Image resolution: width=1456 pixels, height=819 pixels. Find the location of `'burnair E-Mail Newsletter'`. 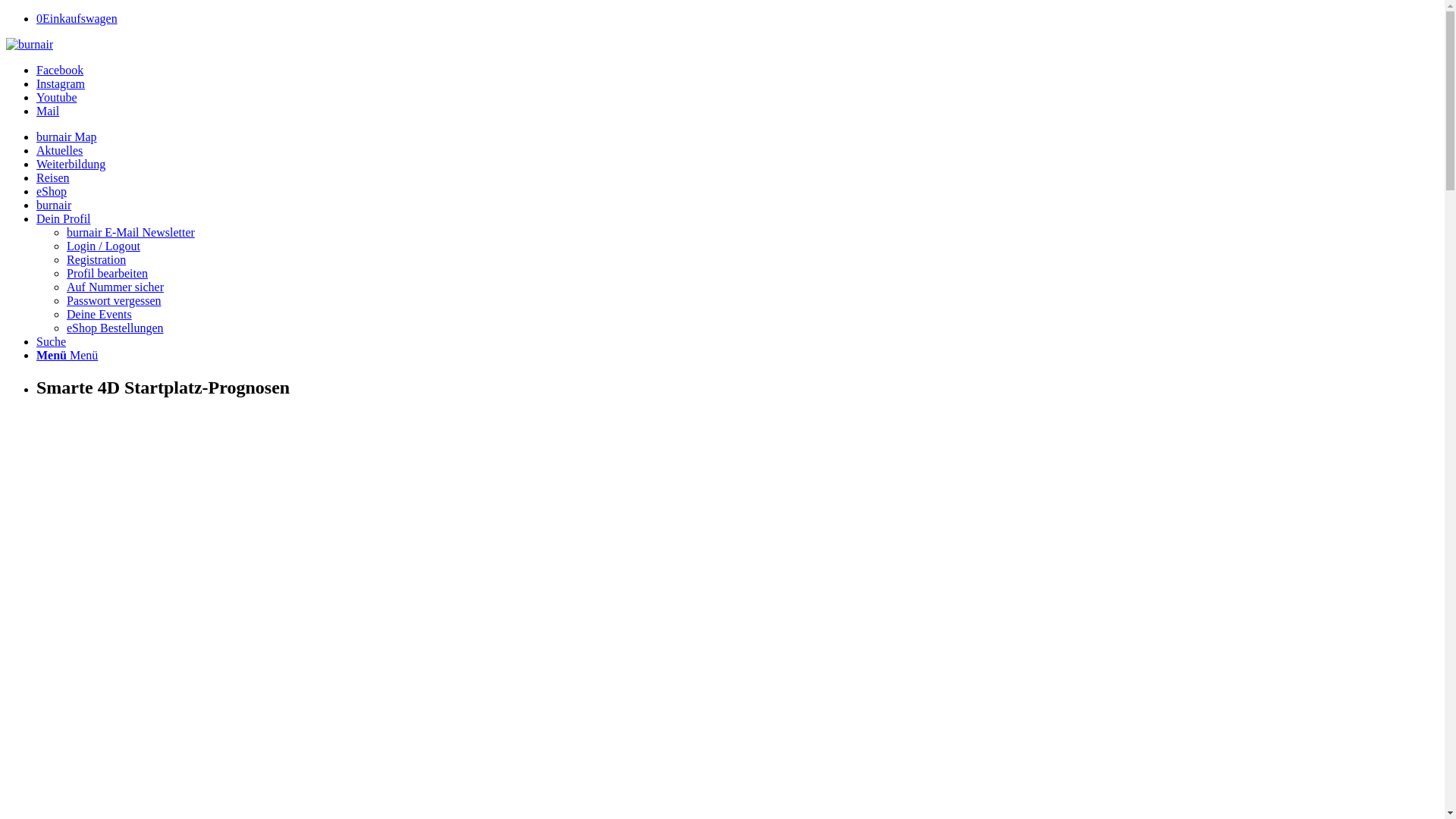

'burnair E-Mail Newsletter' is located at coordinates (130, 232).